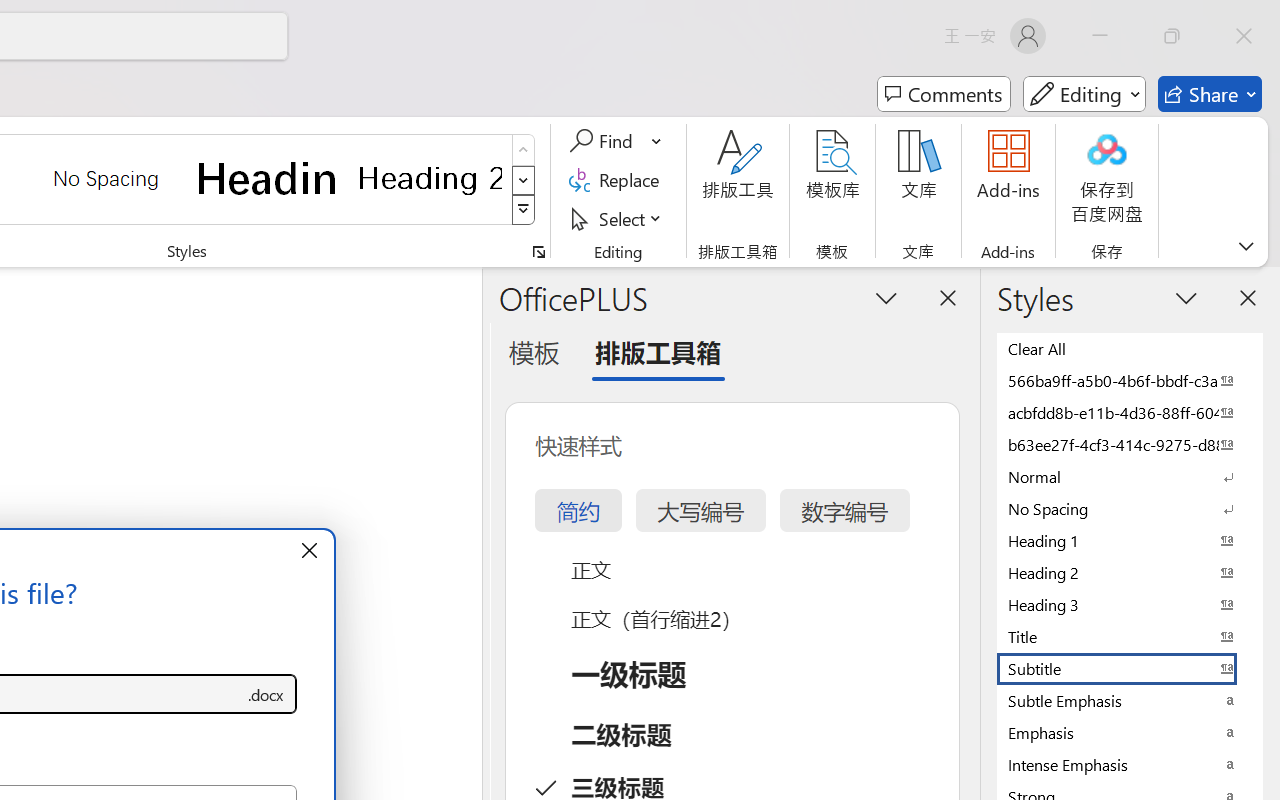  What do you see at coordinates (1099, 35) in the screenshot?
I see `'Minimize'` at bounding box center [1099, 35].